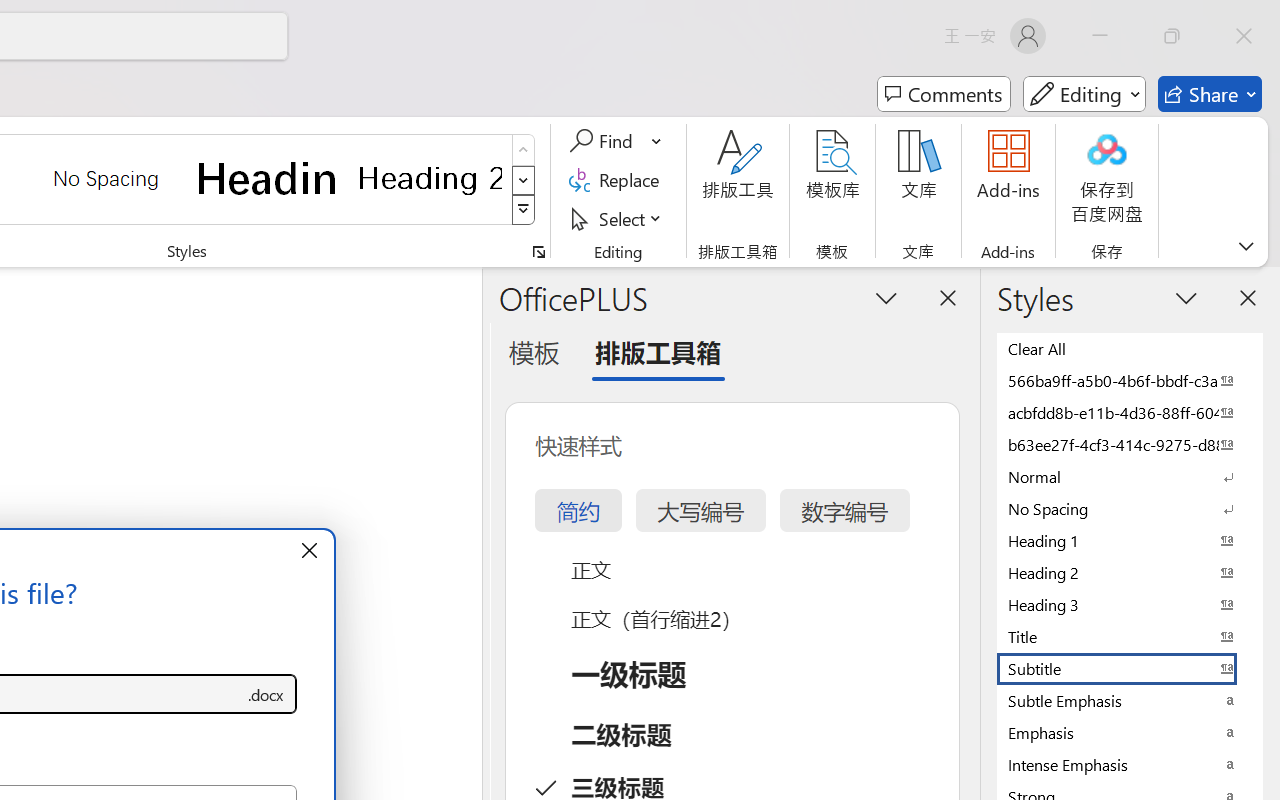  What do you see at coordinates (1099, 35) in the screenshot?
I see `'Minimize'` at bounding box center [1099, 35].